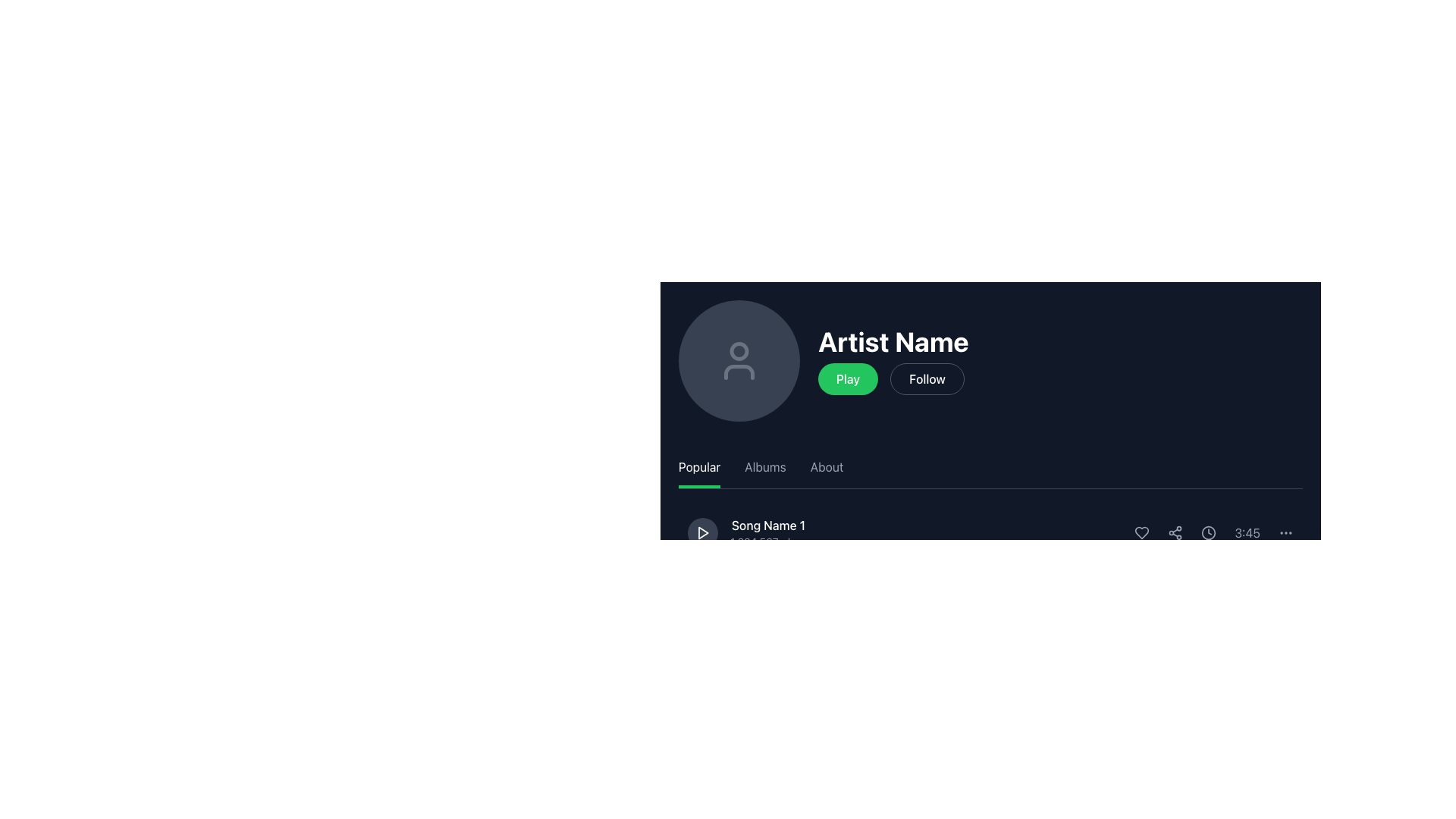 The image size is (1456, 819). What do you see at coordinates (893, 342) in the screenshot?
I see `the text label that identifies the artist's name, located near the top-center area of the interface, directly to the right of the circular avatar image, above the 'Play' and 'Follow' buttons` at bounding box center [893, 342].